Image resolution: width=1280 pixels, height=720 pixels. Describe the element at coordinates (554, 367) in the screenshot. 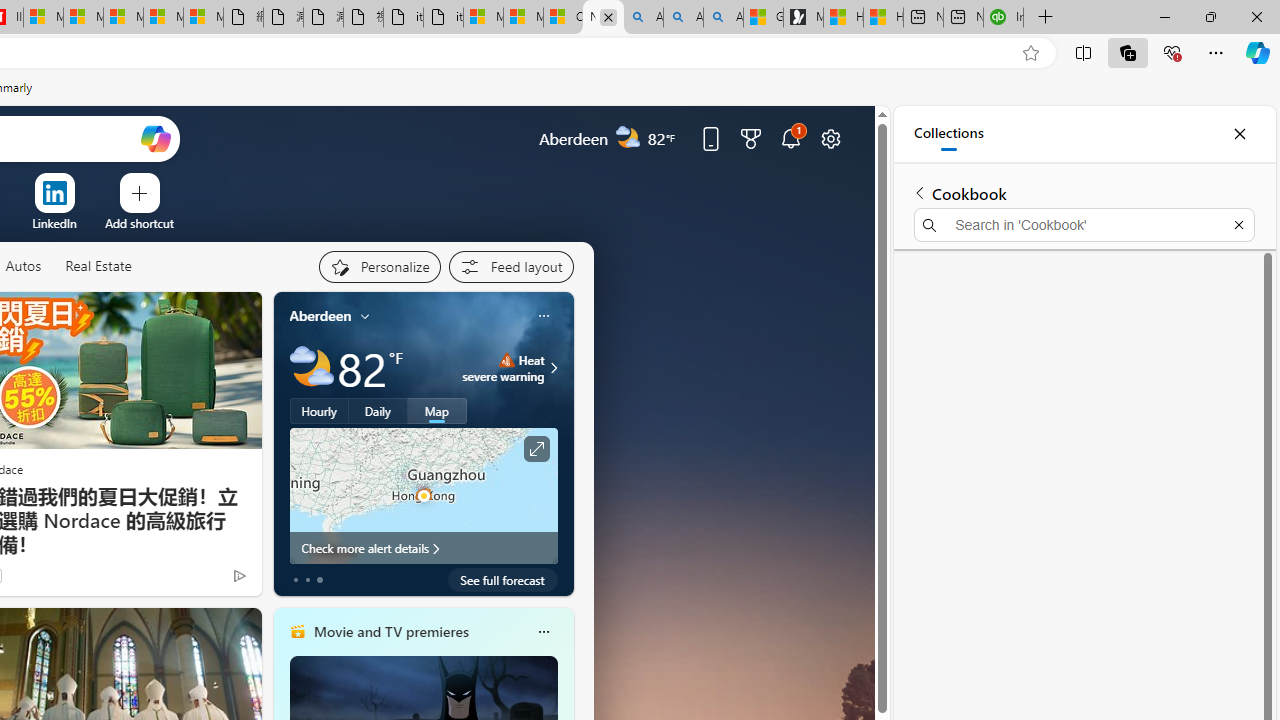

I see `'Class: weather-arrow-glyph'` at that location.